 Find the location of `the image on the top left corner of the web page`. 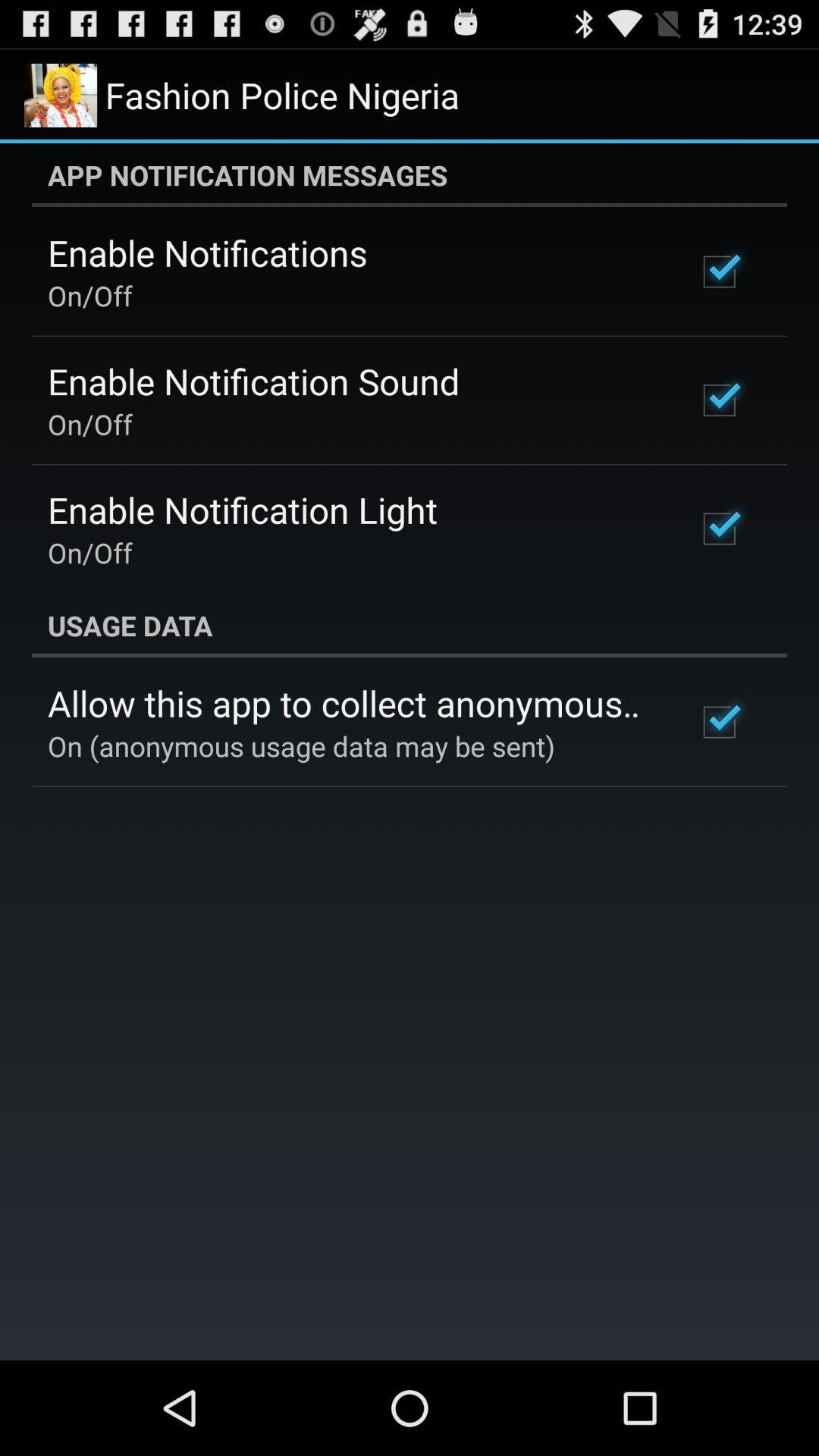

the image on the top left corner of the web page is located at coordinates (60, 94).